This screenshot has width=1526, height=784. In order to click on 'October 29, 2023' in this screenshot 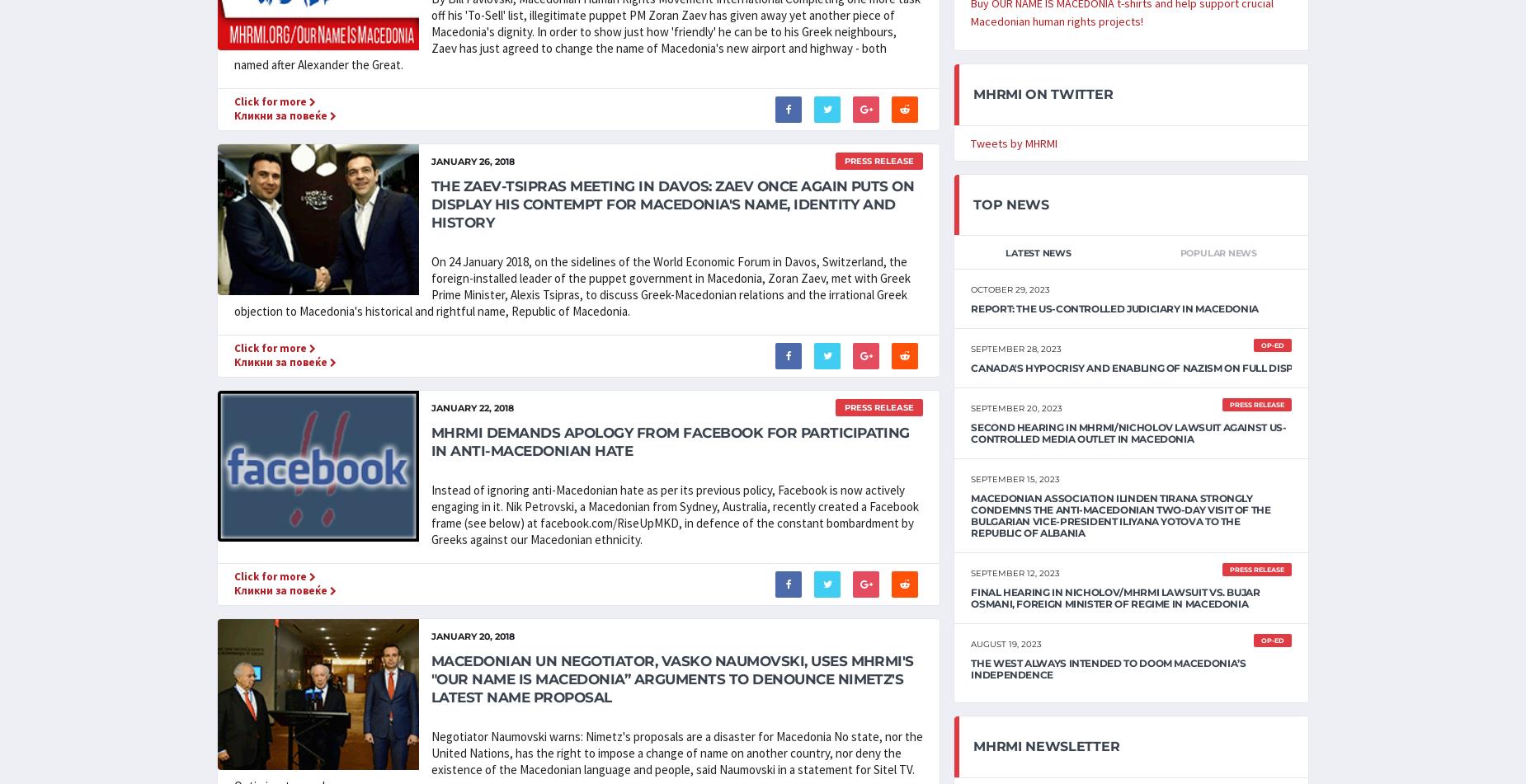, I will do `click(969, 289)`.